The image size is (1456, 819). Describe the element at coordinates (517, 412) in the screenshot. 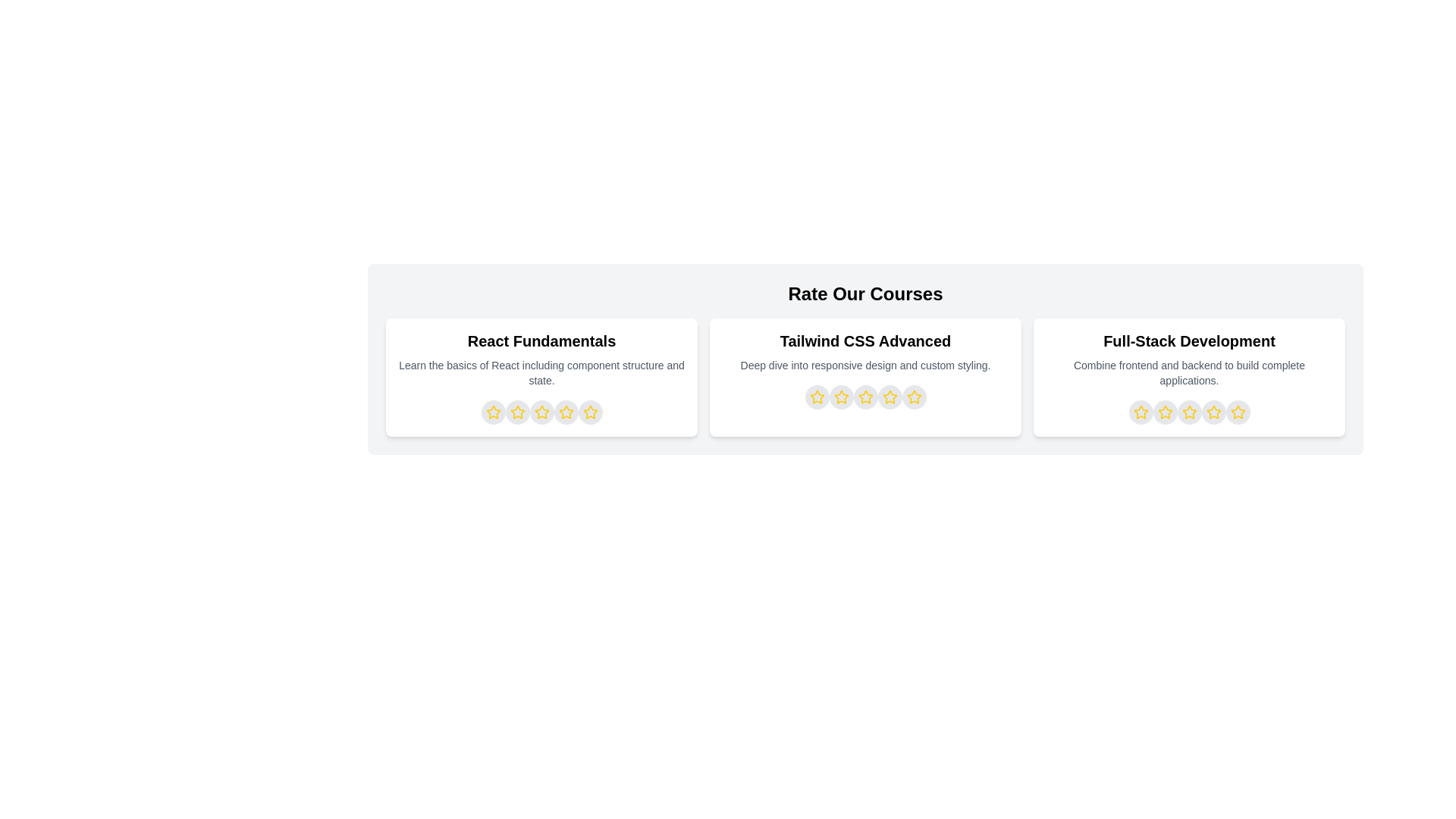

I see `the star representing 2 stars for the course titled React Fundamentals` at that location.